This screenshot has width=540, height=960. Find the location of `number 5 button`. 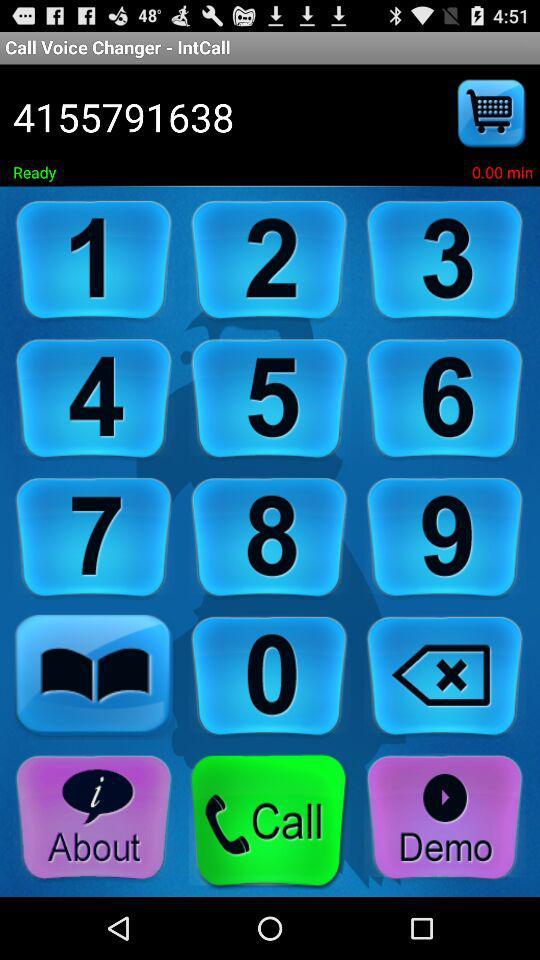

number 5 button is located at coordinates (269, 398).